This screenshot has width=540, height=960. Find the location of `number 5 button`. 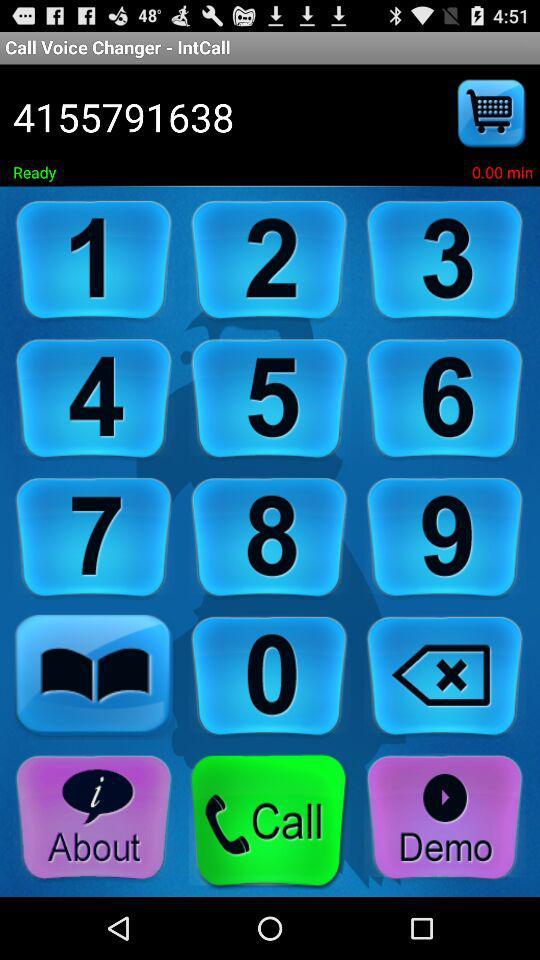

number 5 button is located at coordinates (269, 398).